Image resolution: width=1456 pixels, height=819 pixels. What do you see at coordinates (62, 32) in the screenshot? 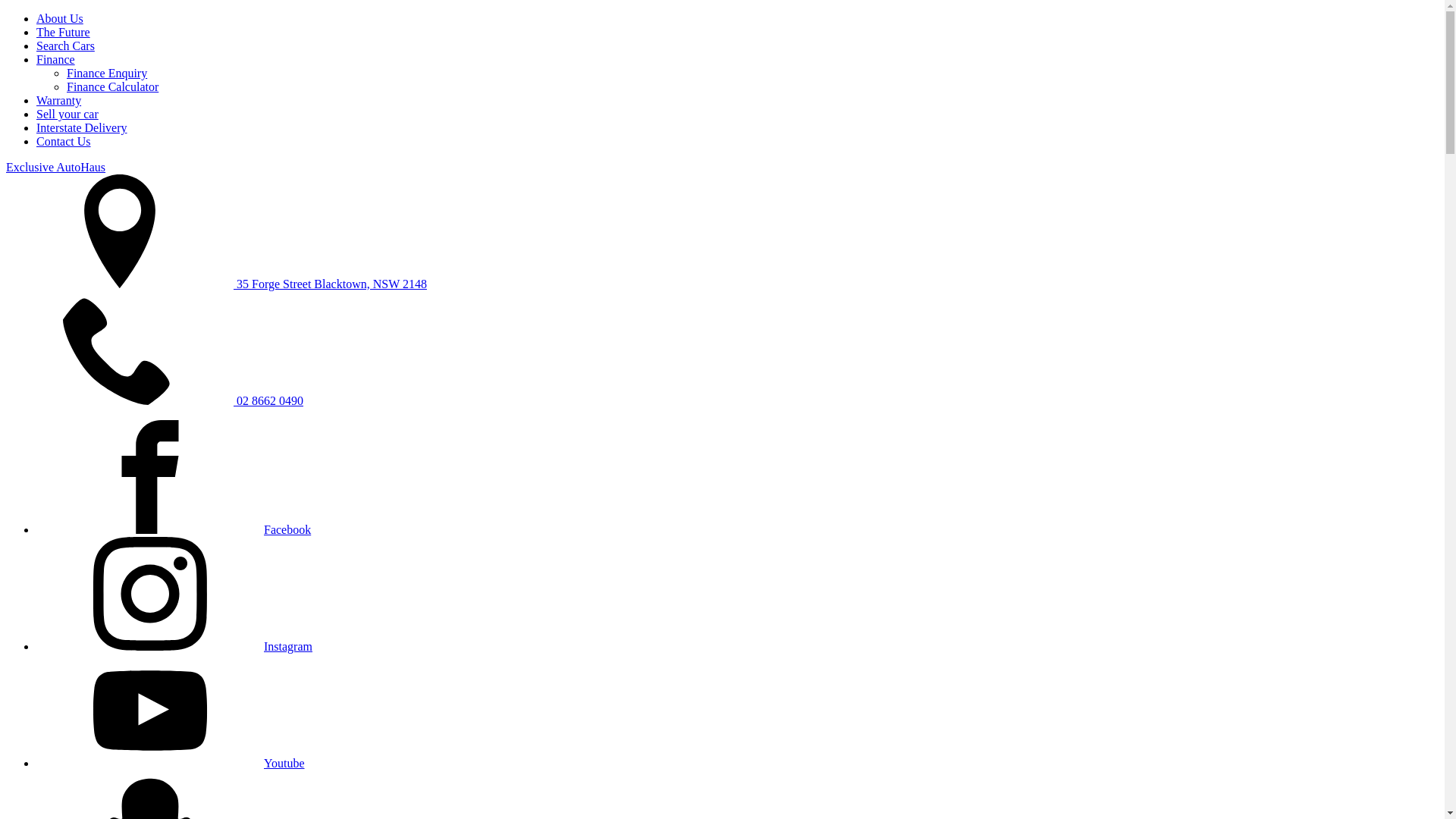
I see `'The Future'` at bounding box center [62, 32].